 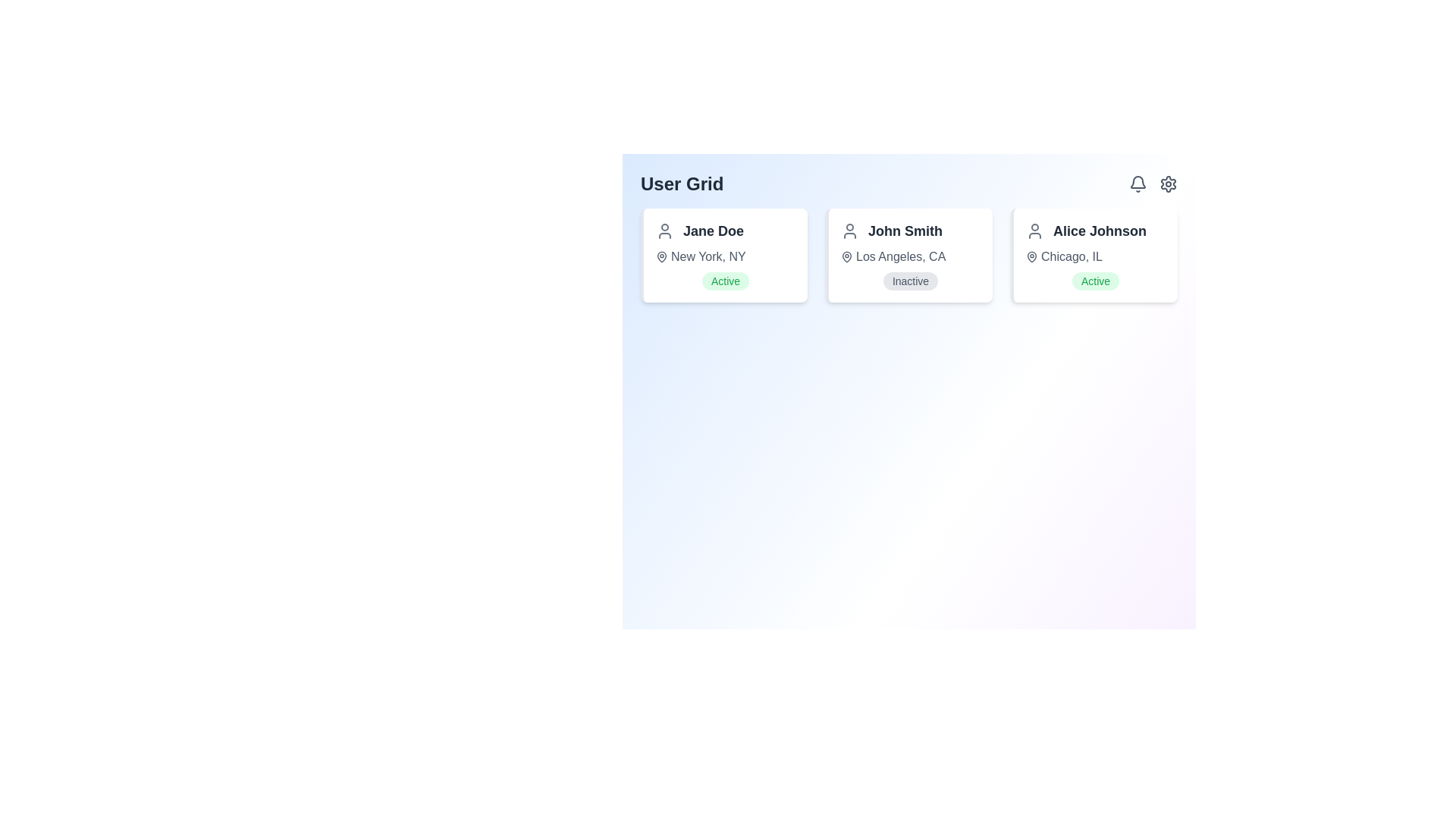 What do you see at coordinates (901, 256) in the screenshot?
I see `the text label displaying 'Los Angeles, CA' located within the card labeled 'John Smith', positioned beneath the name 'John Smith' and to the right of the pin icon` at bounding box center [901, 256].